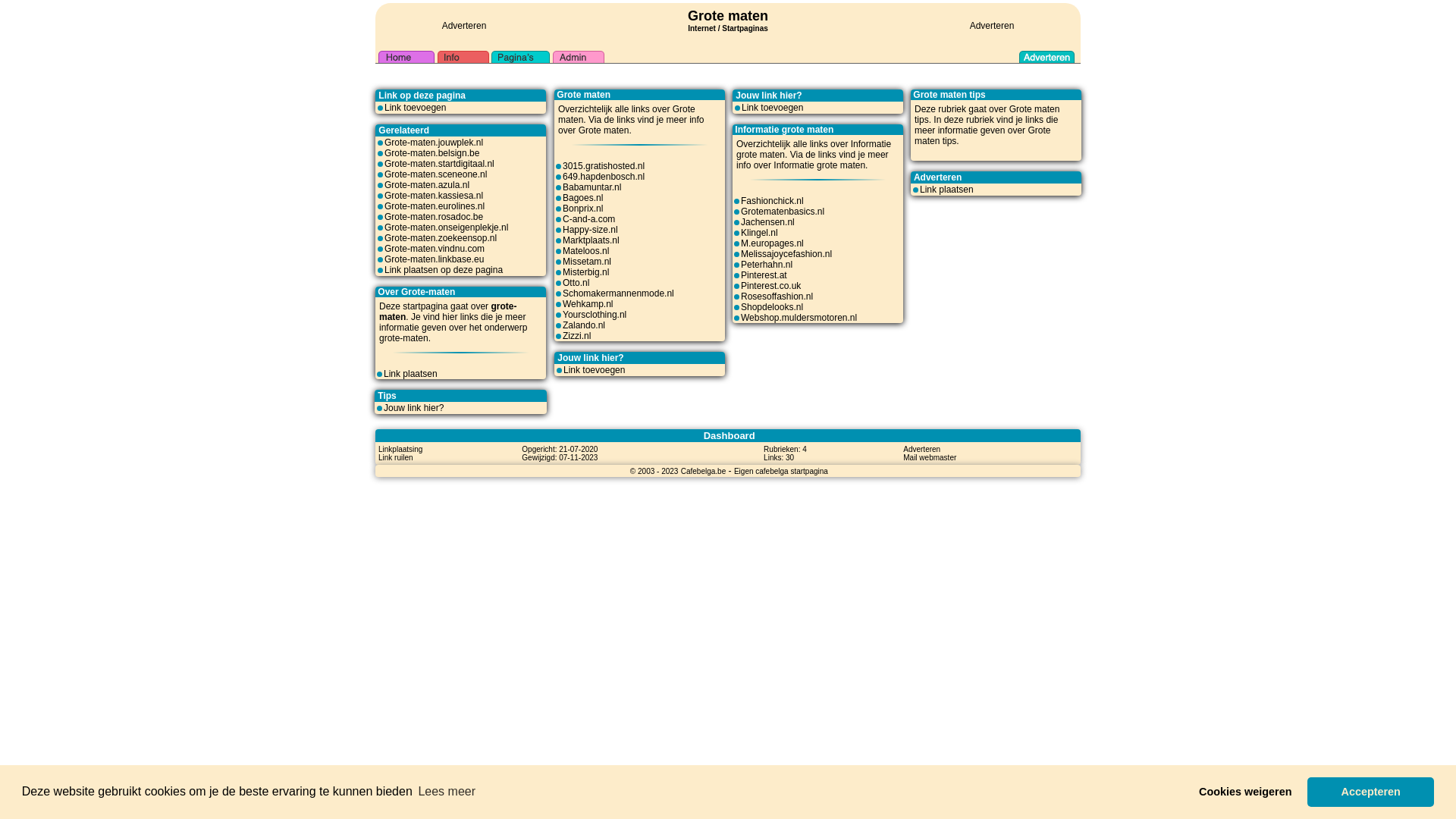  I want to click on 'Missetam.nl', so click(585, 260).